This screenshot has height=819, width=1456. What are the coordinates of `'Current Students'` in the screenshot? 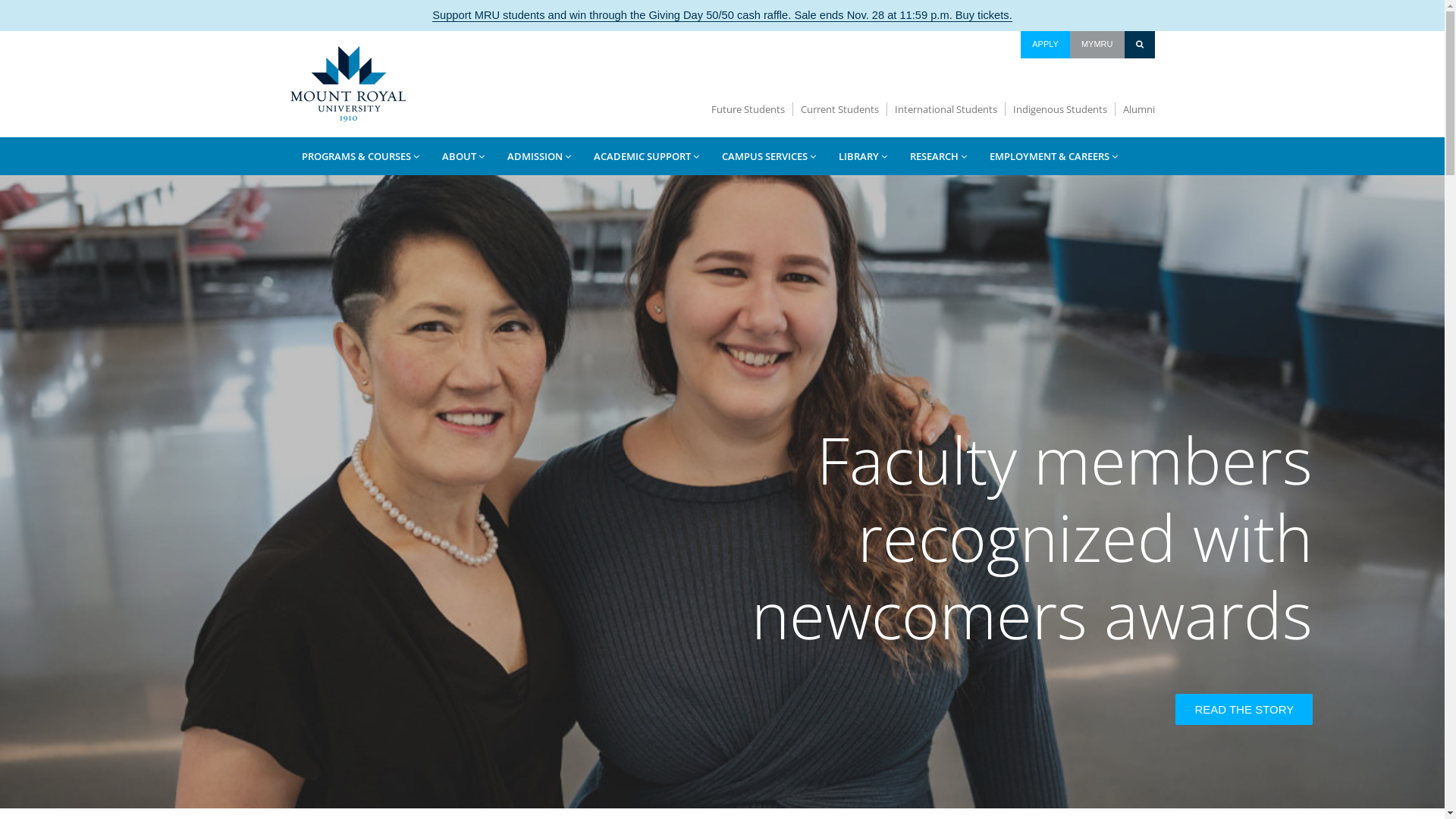 It's located at (839, 108).